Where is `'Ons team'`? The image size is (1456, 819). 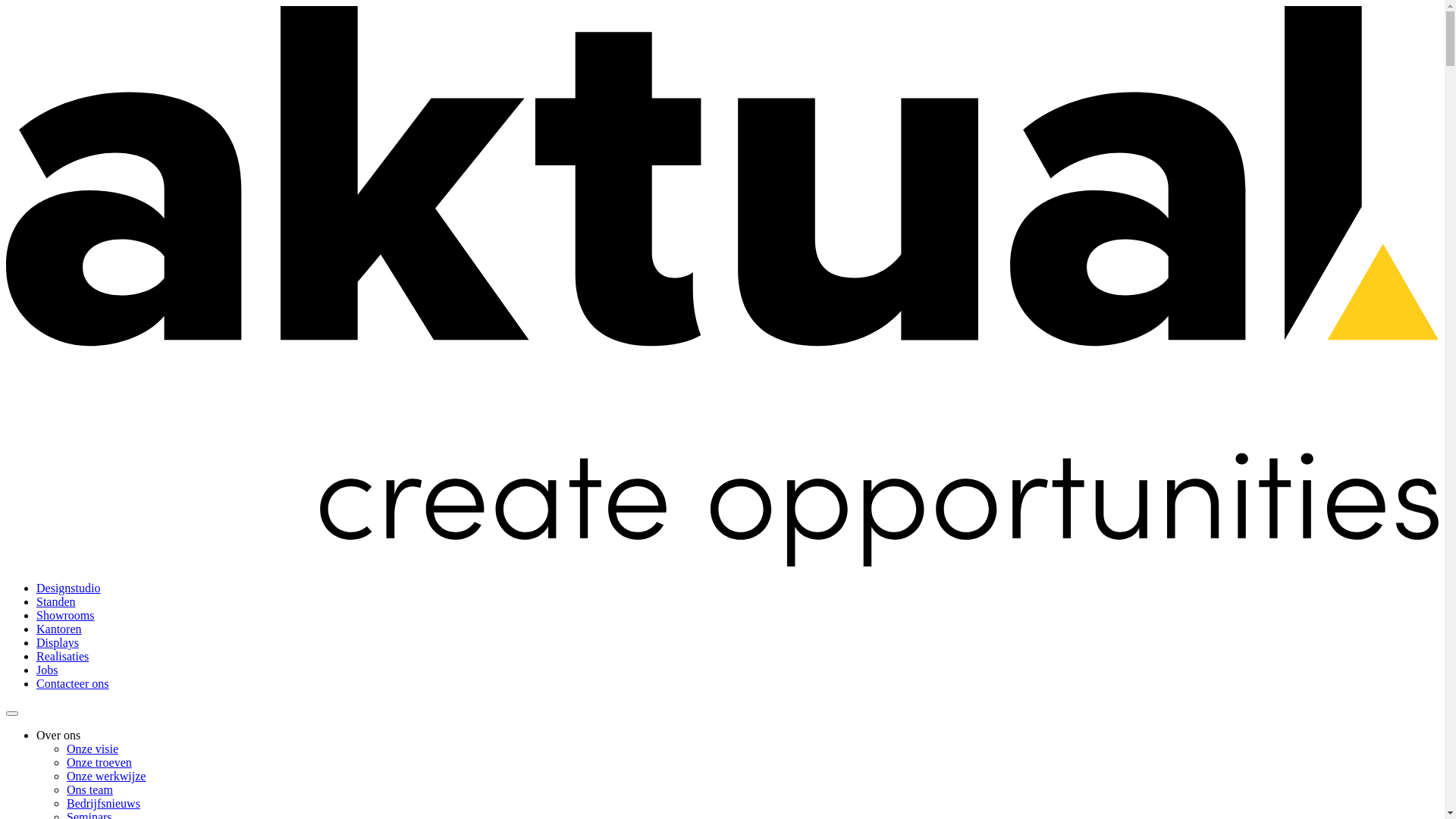 'Ons team' is located at coordinates (89, 789).